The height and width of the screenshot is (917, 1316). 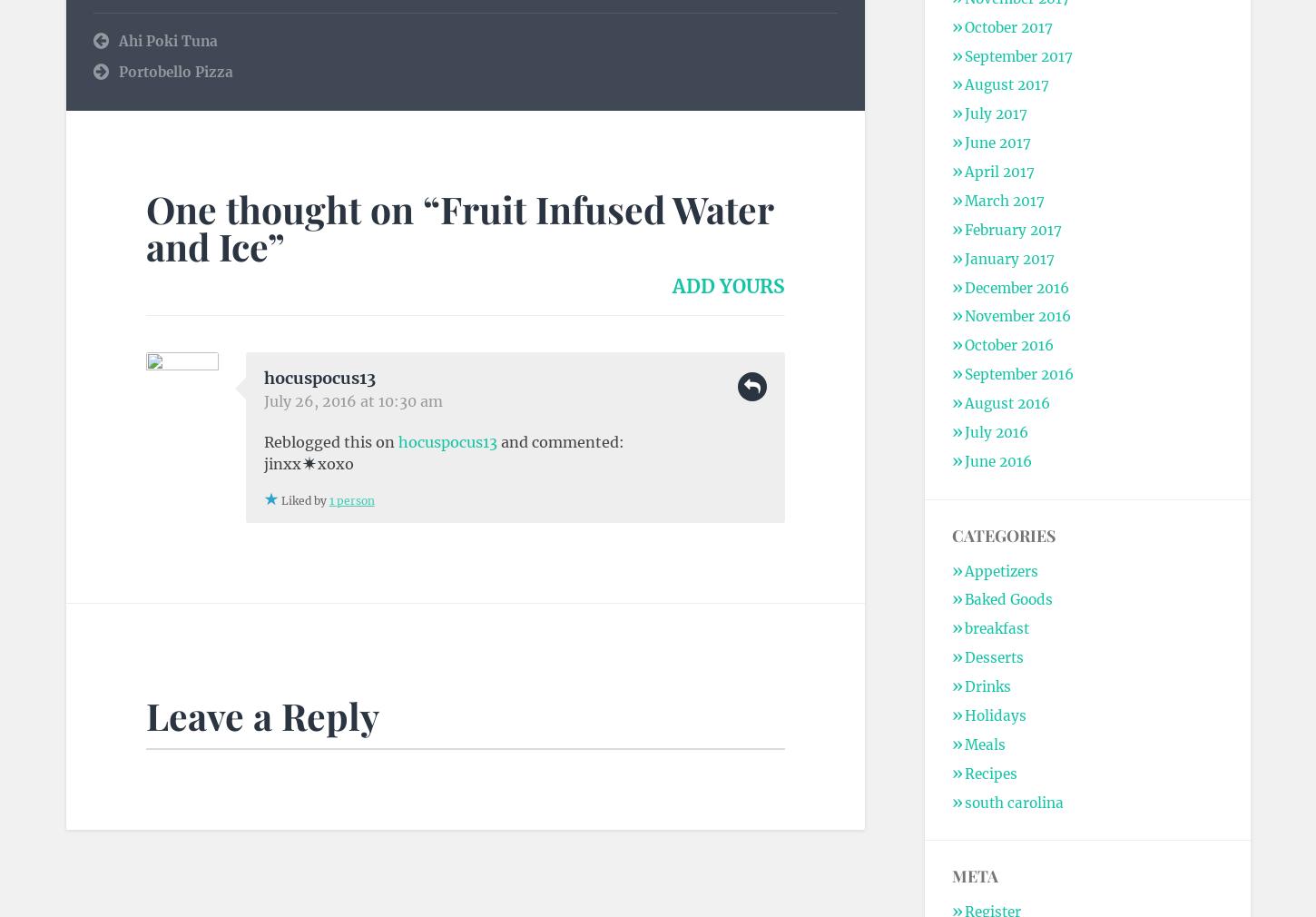 What do you see at coordinates (963, 171) in the screenshot?
I see `'April 2017'` at bounding box center [963, 171].